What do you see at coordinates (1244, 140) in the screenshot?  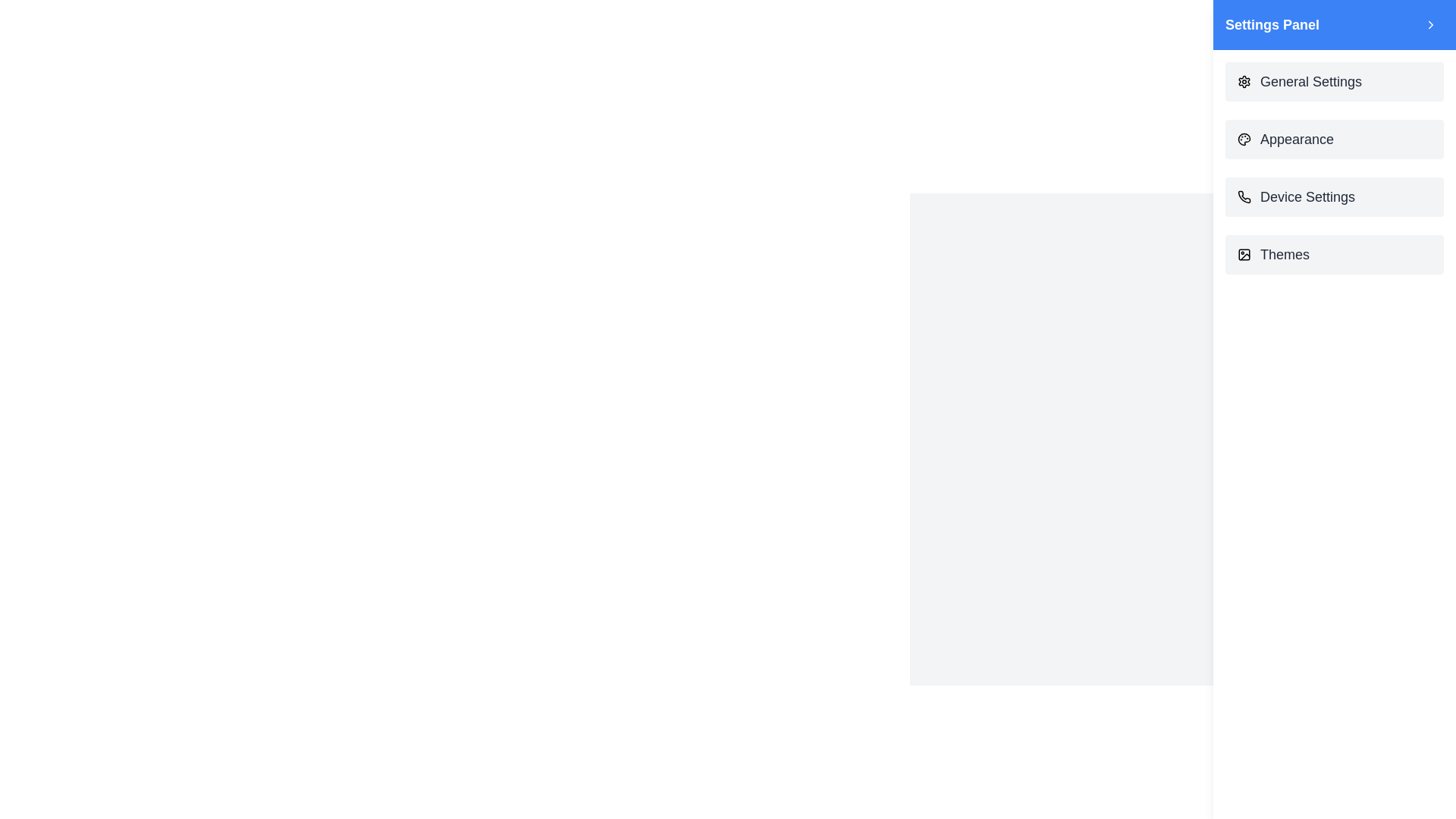 I see `the main body of the painter's palette SVG icon, which is the second option in the vertical menu list labeled 'Appearance', located below 'General Settings' and above 'Device Settings'` at bounding box center [1244, 140].